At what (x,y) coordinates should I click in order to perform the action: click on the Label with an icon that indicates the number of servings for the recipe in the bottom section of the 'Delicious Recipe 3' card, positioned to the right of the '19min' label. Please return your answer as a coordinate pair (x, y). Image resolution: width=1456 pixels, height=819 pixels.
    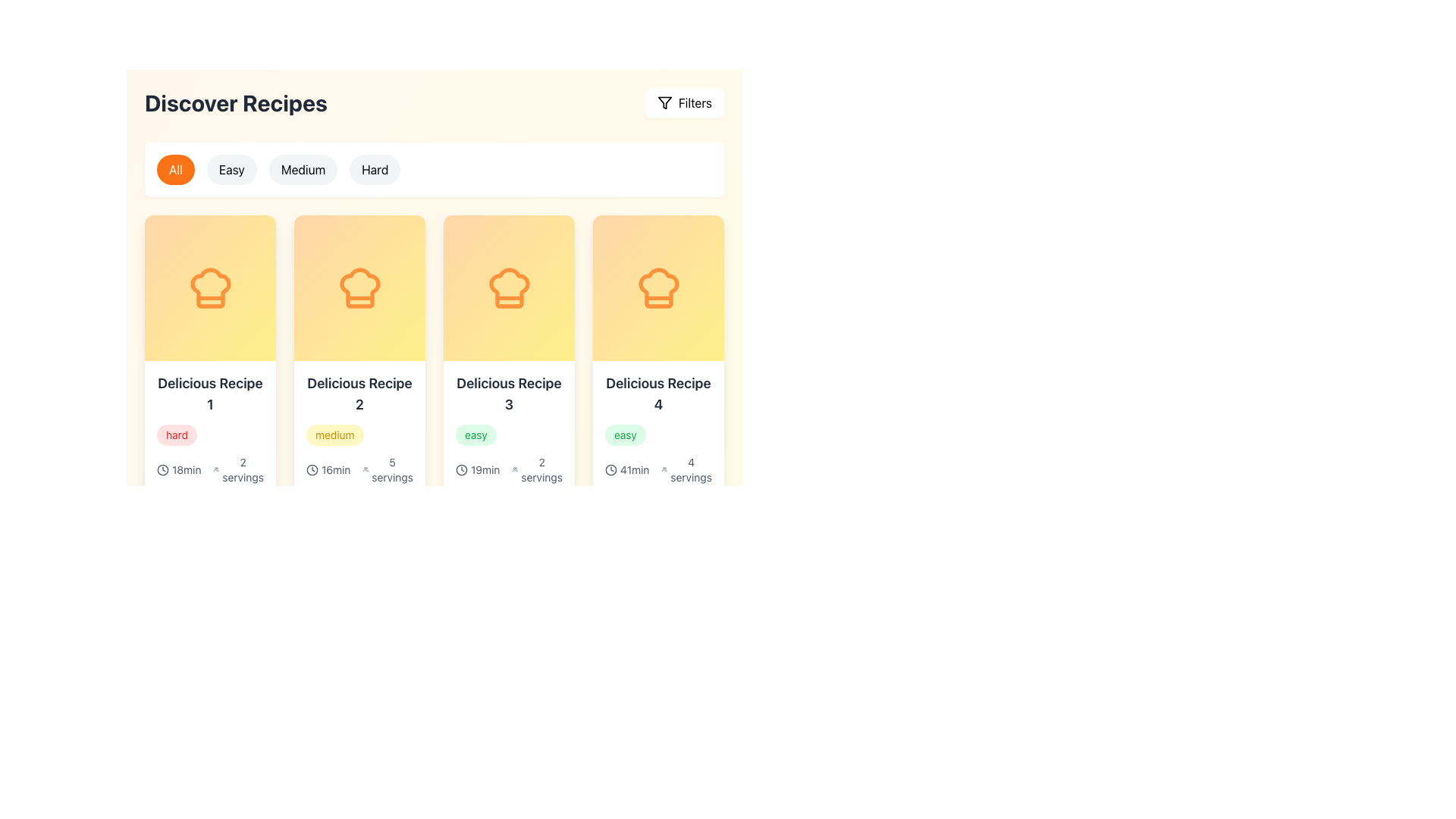
    Looking at the image, I should click on (537, 469).